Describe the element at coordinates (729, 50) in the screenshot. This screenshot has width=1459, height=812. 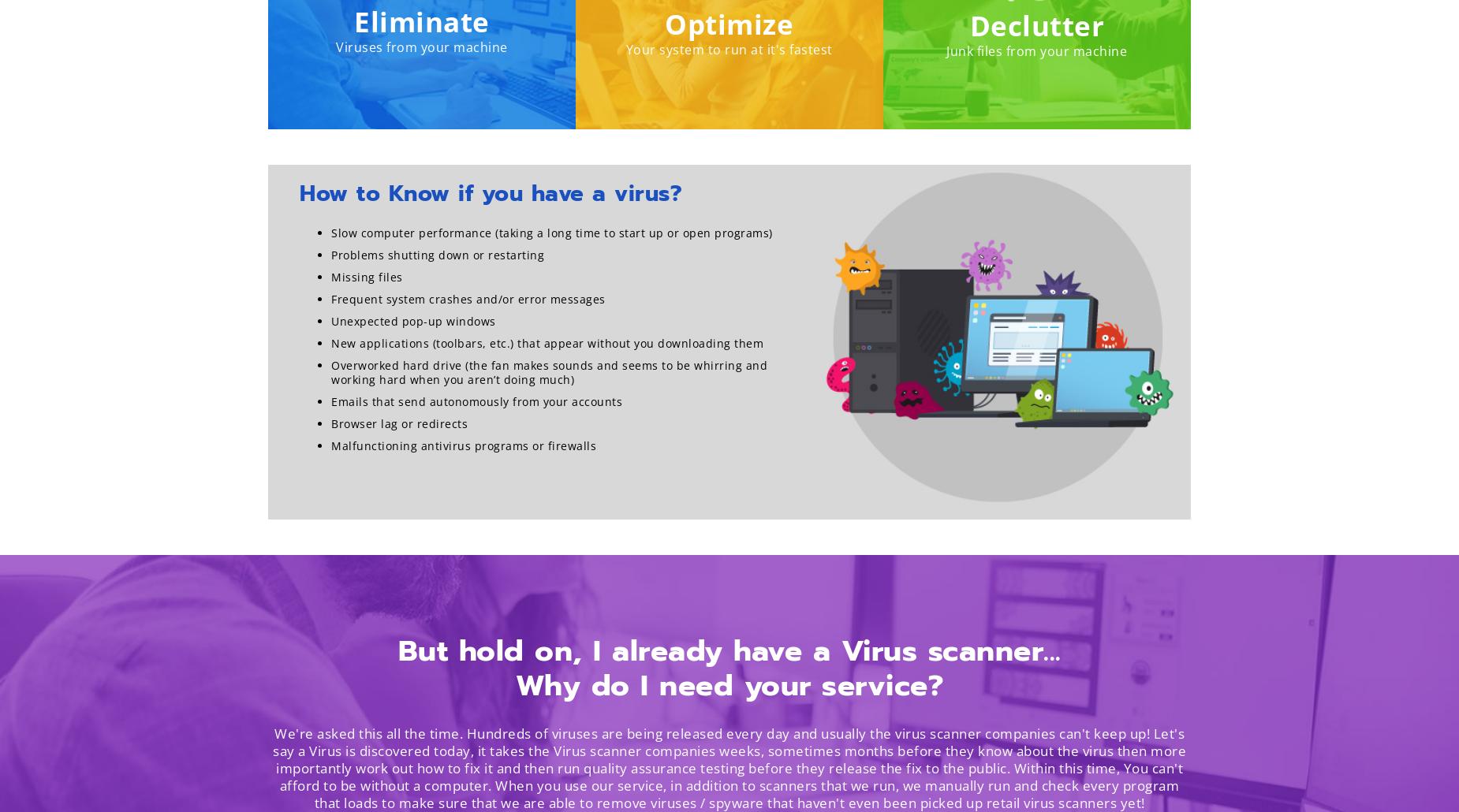
I see `'Your system to run at it's fastest'` at that location.